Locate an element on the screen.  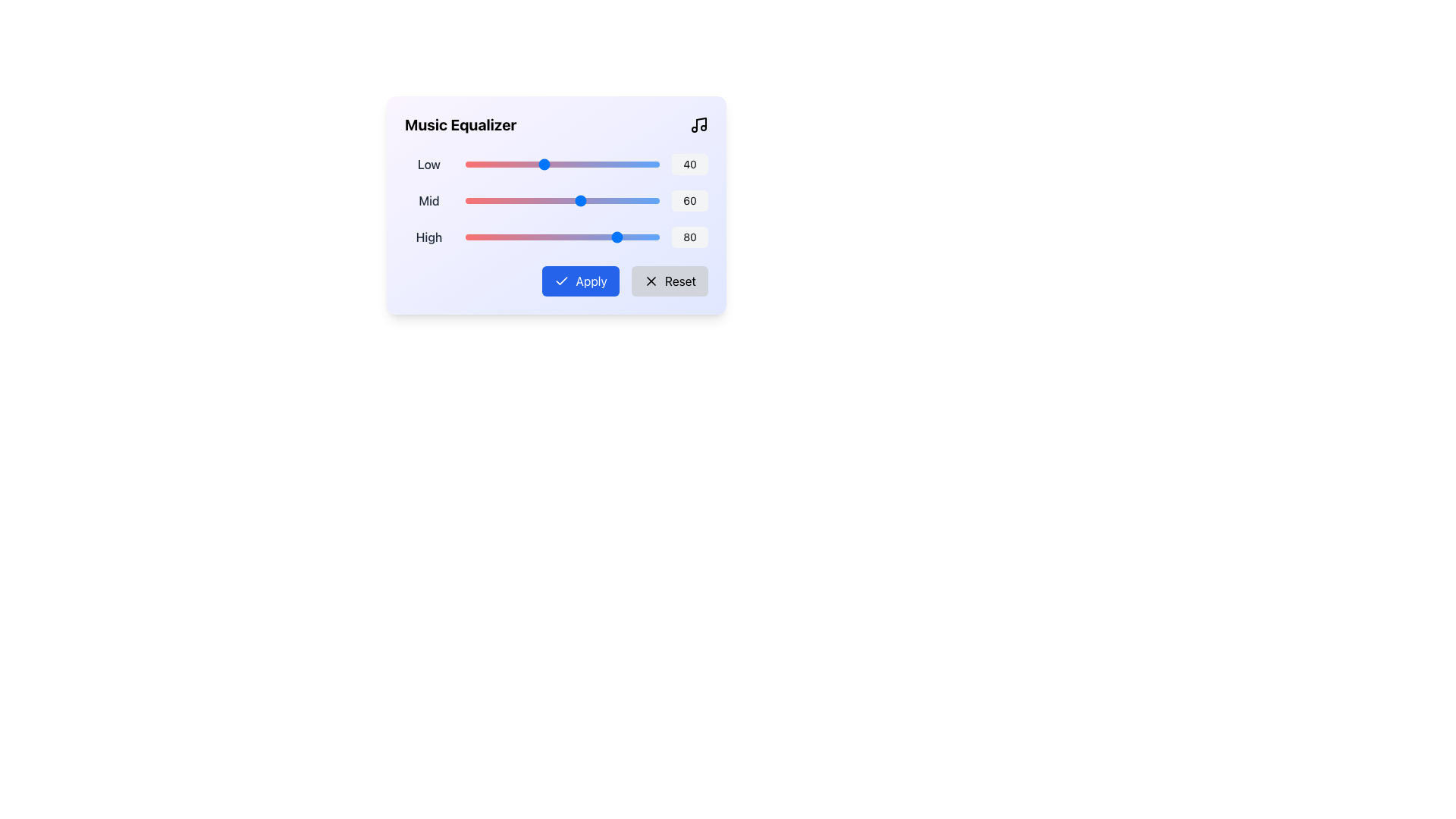
the small rectangular Text Display containing the number '60' in bold black text, located in the Mid slider row of the music equalizer interface is located at coordinates (689, 200).